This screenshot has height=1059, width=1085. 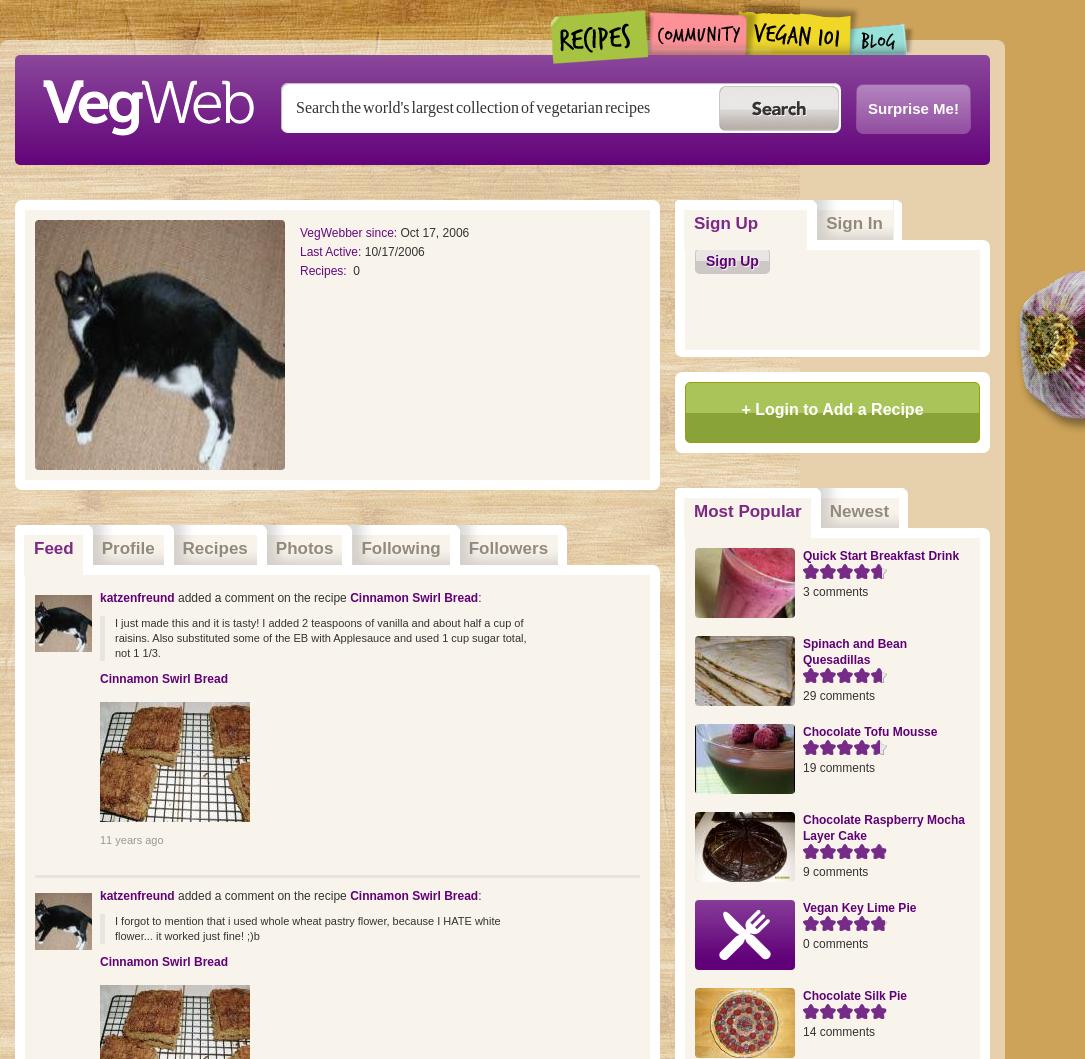 I want to click on 'Following', so click(x=399, y=547).